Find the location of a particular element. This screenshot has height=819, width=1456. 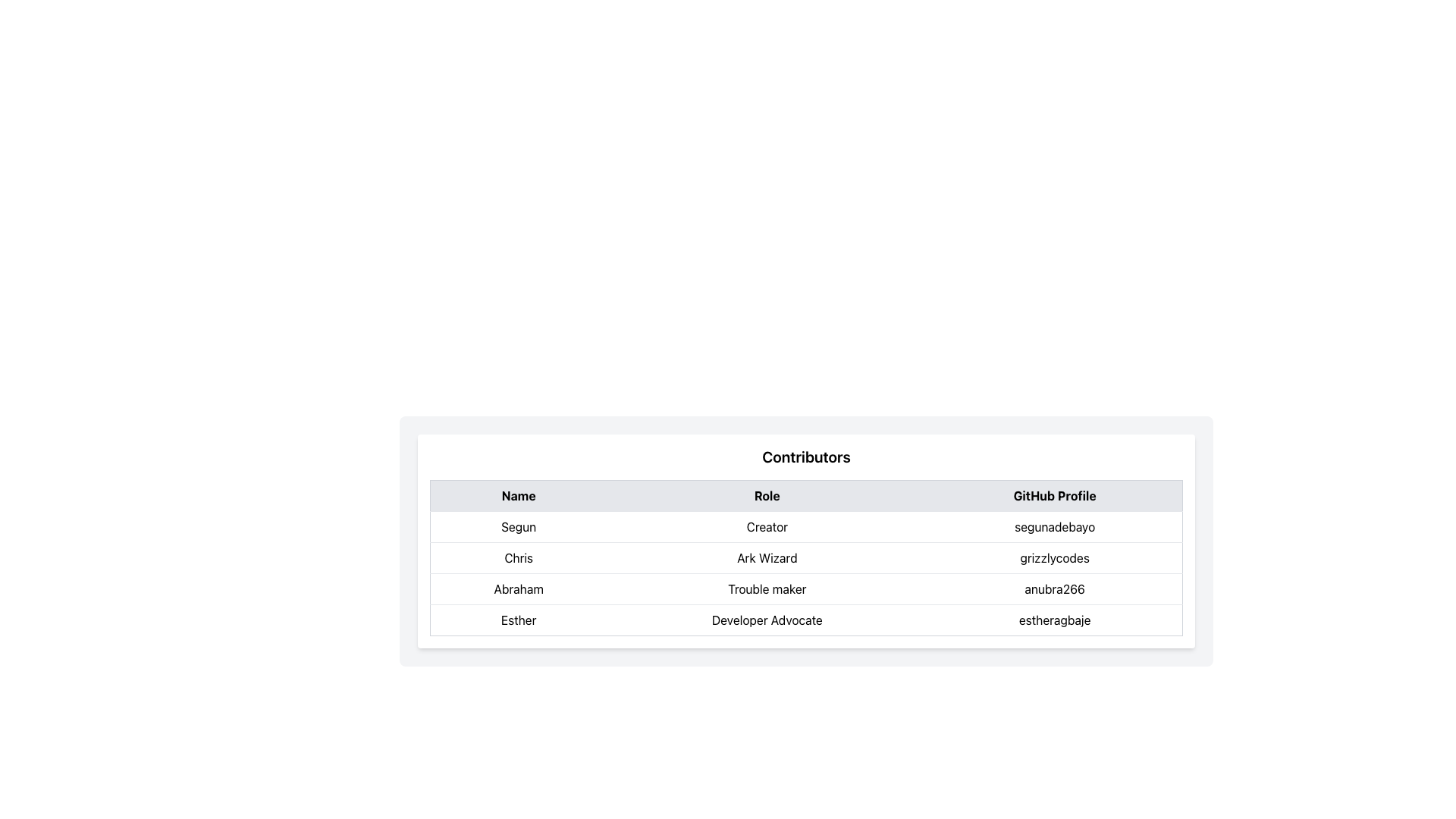

the text label 'Abraham' located in the first cell of the third row under the 'Name' column in the contributor information table is located at coordinates (518, 588).